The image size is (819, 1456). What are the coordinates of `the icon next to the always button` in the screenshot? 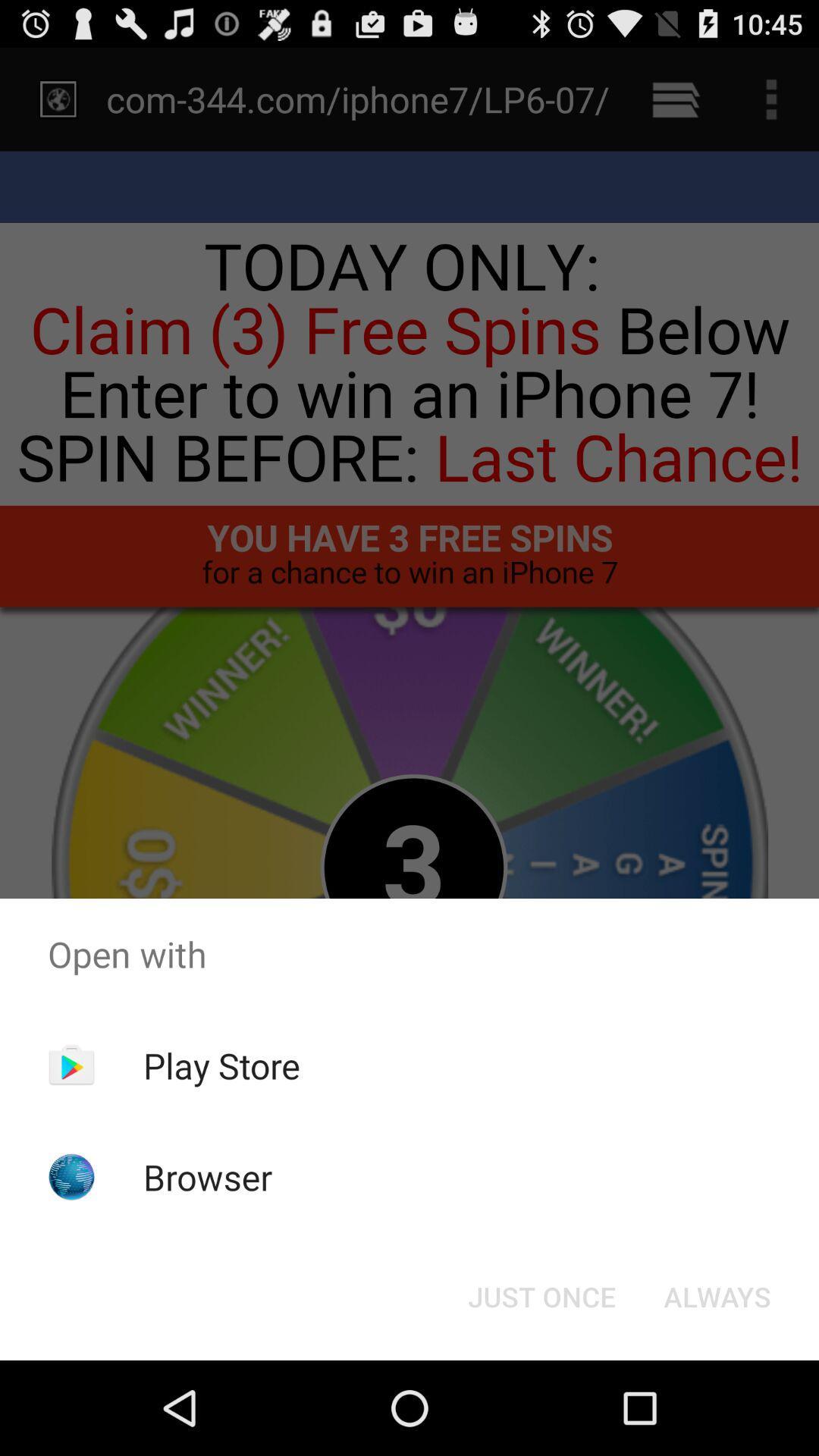 It's located at (541, 1295).